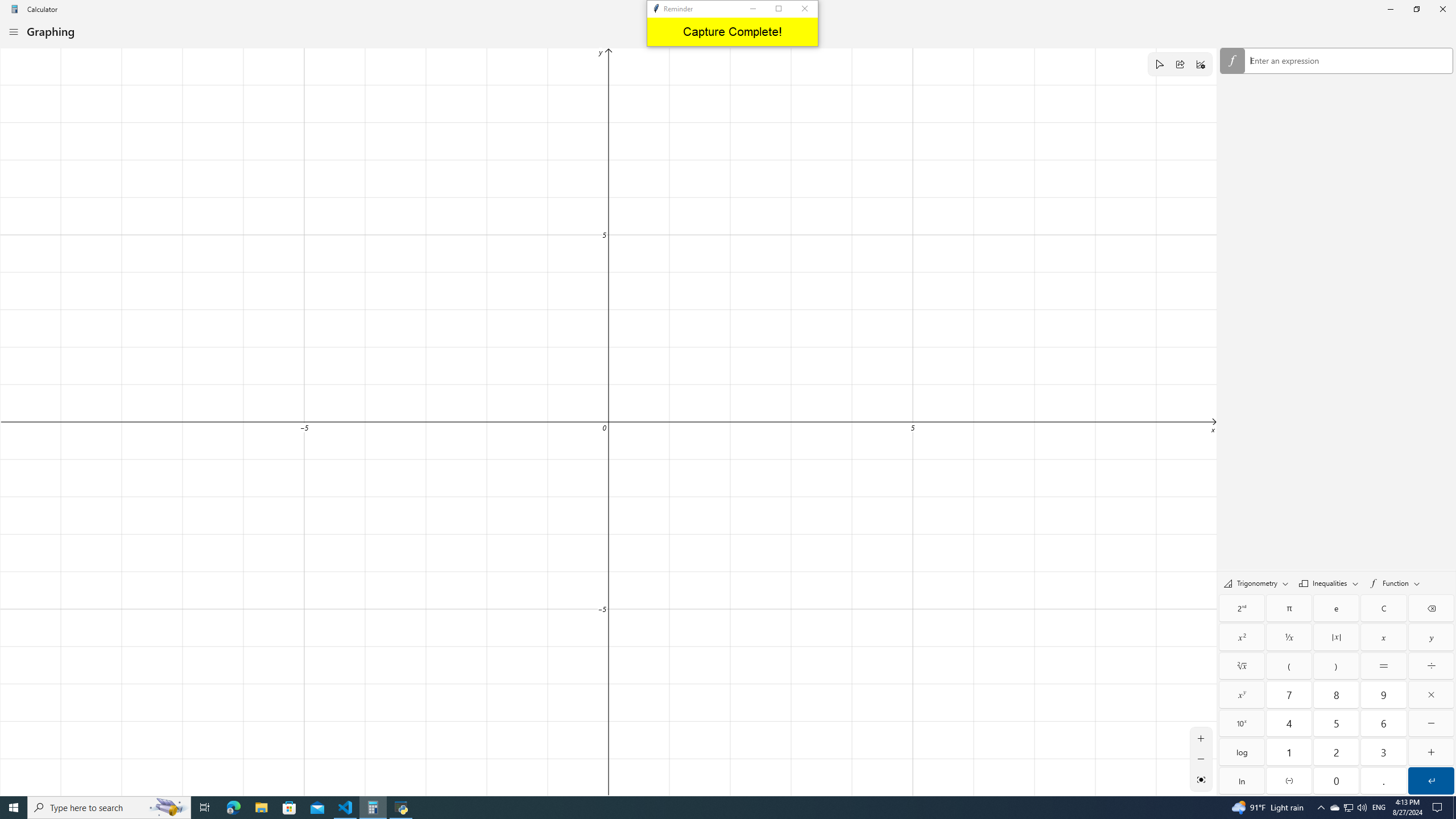 The height and width of the screenshot is (819, 1456). I want to click on 'Open Navigation', so click(14, 31).